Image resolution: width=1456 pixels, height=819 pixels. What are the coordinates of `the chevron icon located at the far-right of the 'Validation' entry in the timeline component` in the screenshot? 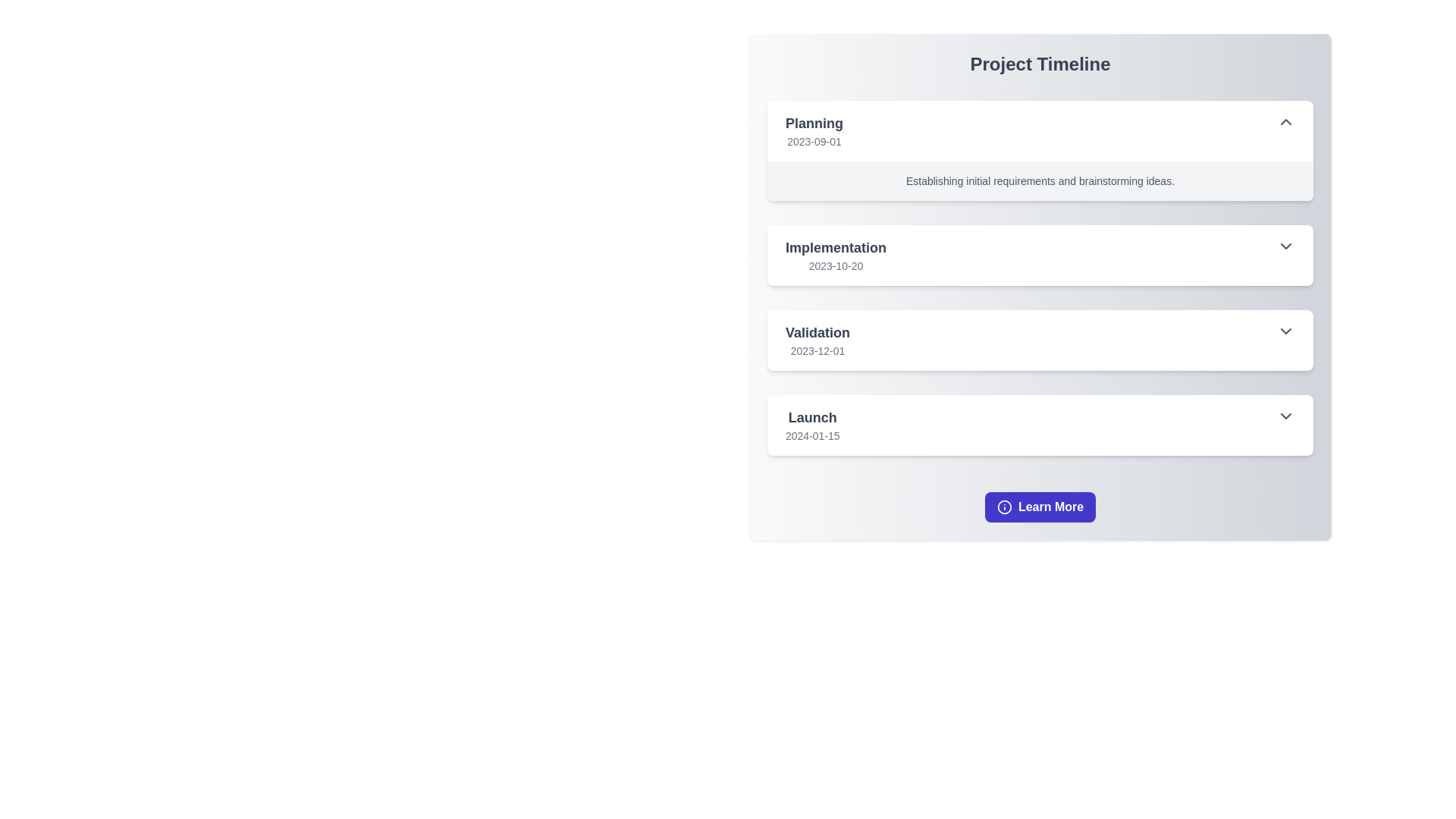 It's located at (1285, 330).